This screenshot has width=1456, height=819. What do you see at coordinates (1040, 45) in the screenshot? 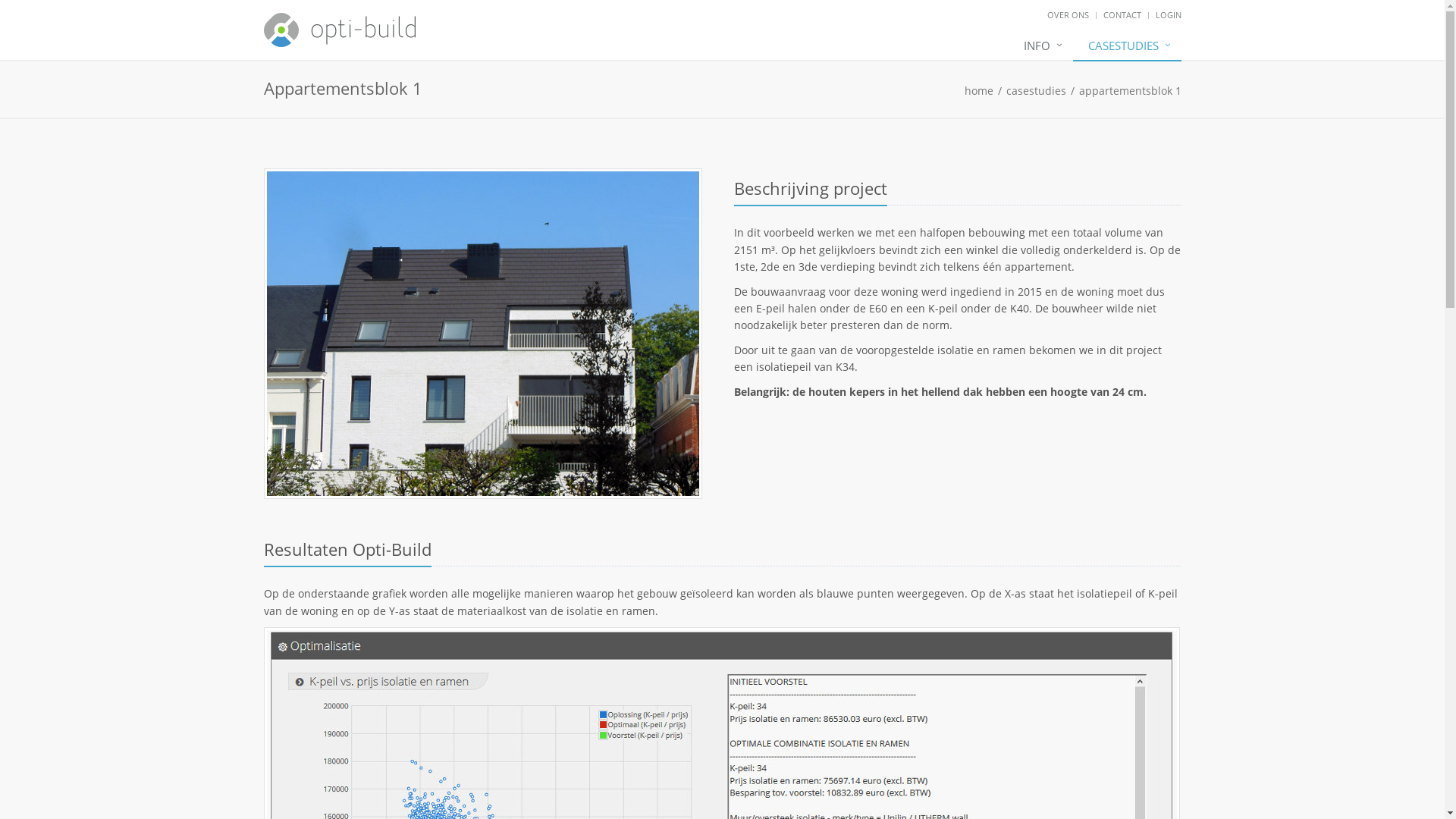
I see `'INFO'` at bounding box center [1040, 45].